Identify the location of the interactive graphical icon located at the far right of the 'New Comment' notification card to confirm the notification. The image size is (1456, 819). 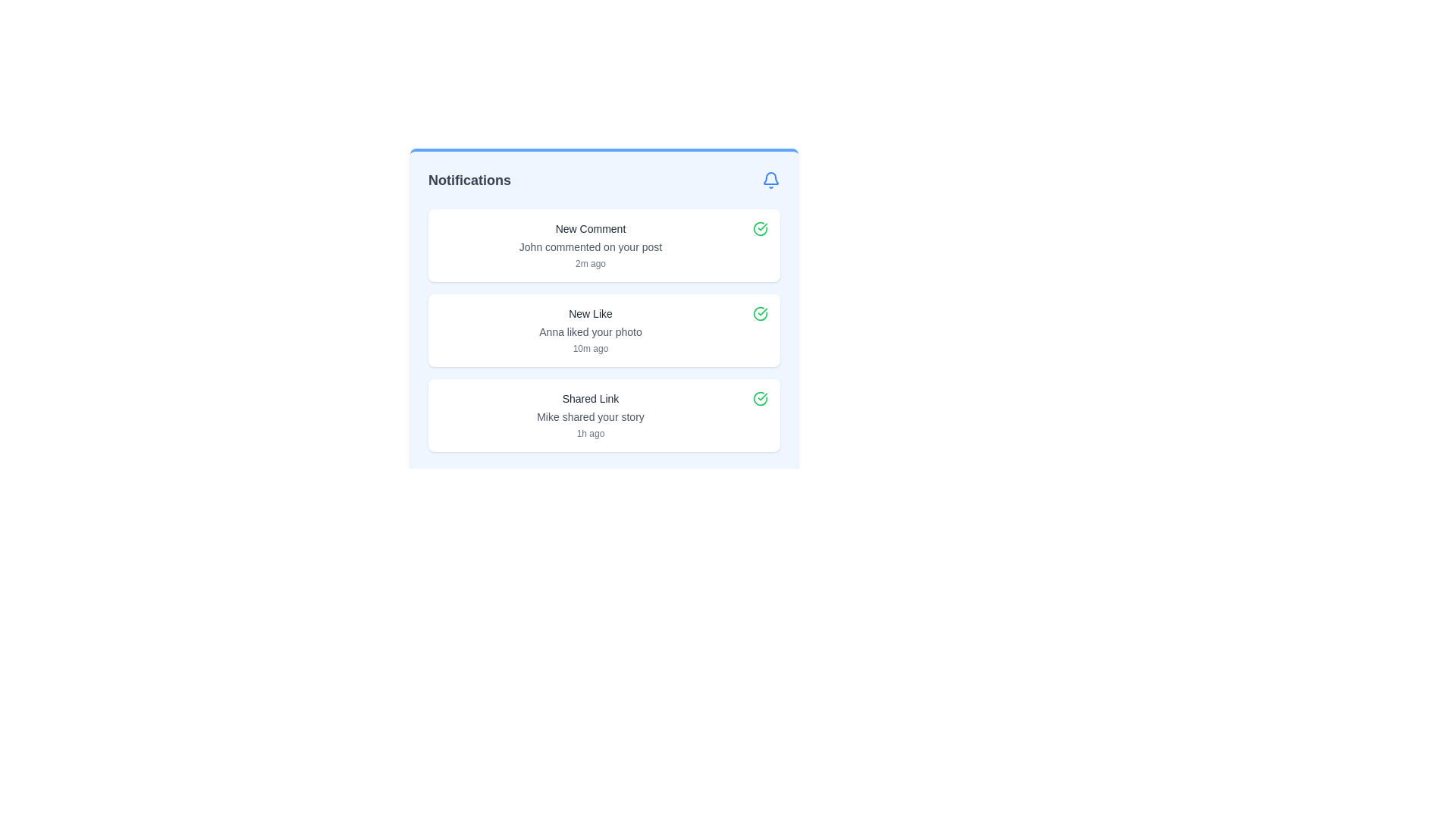
(761, 228).